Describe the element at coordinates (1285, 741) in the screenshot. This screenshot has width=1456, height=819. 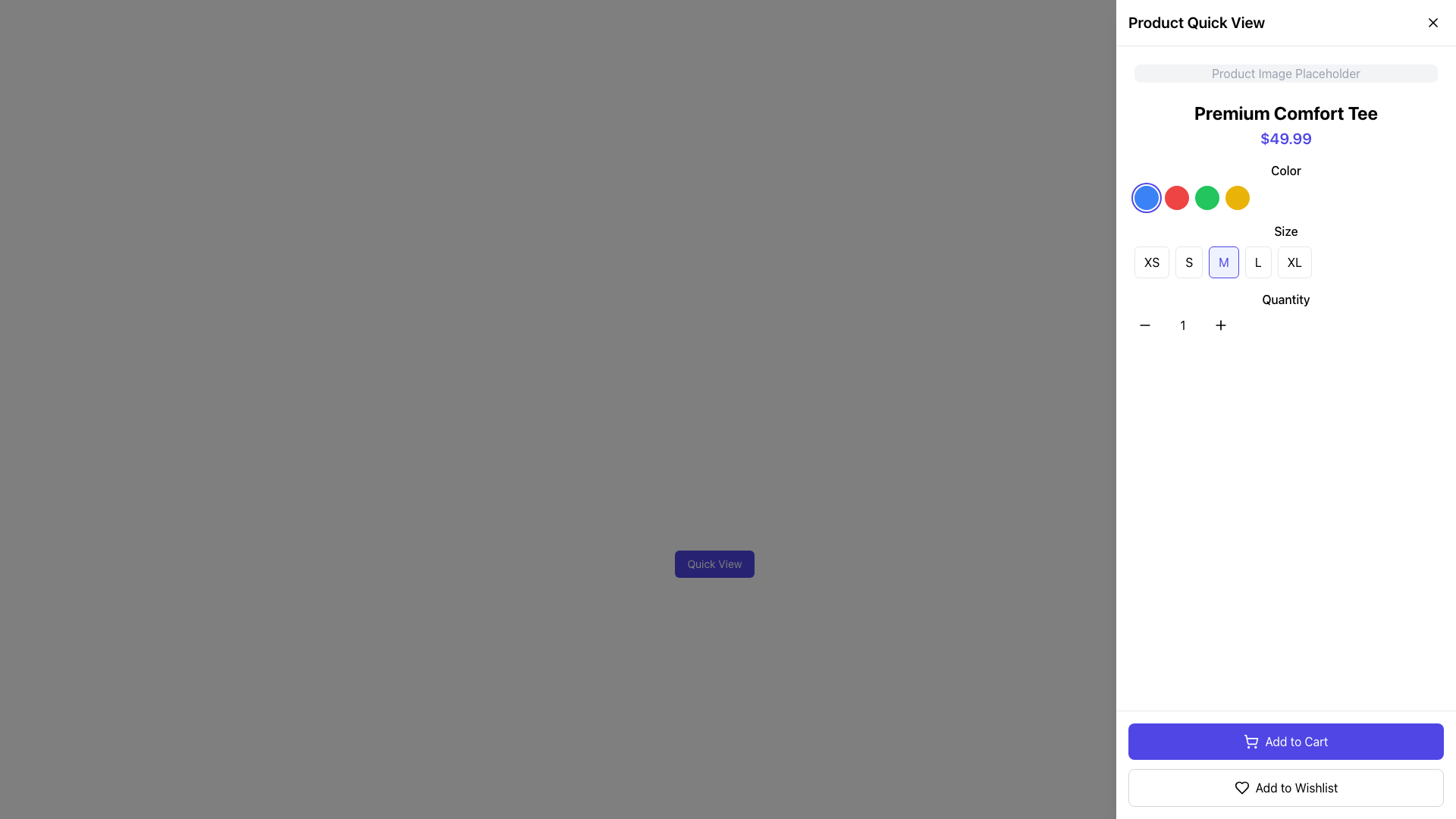
I see `the interactive button located at the bottom section of the modal interface` at that location.